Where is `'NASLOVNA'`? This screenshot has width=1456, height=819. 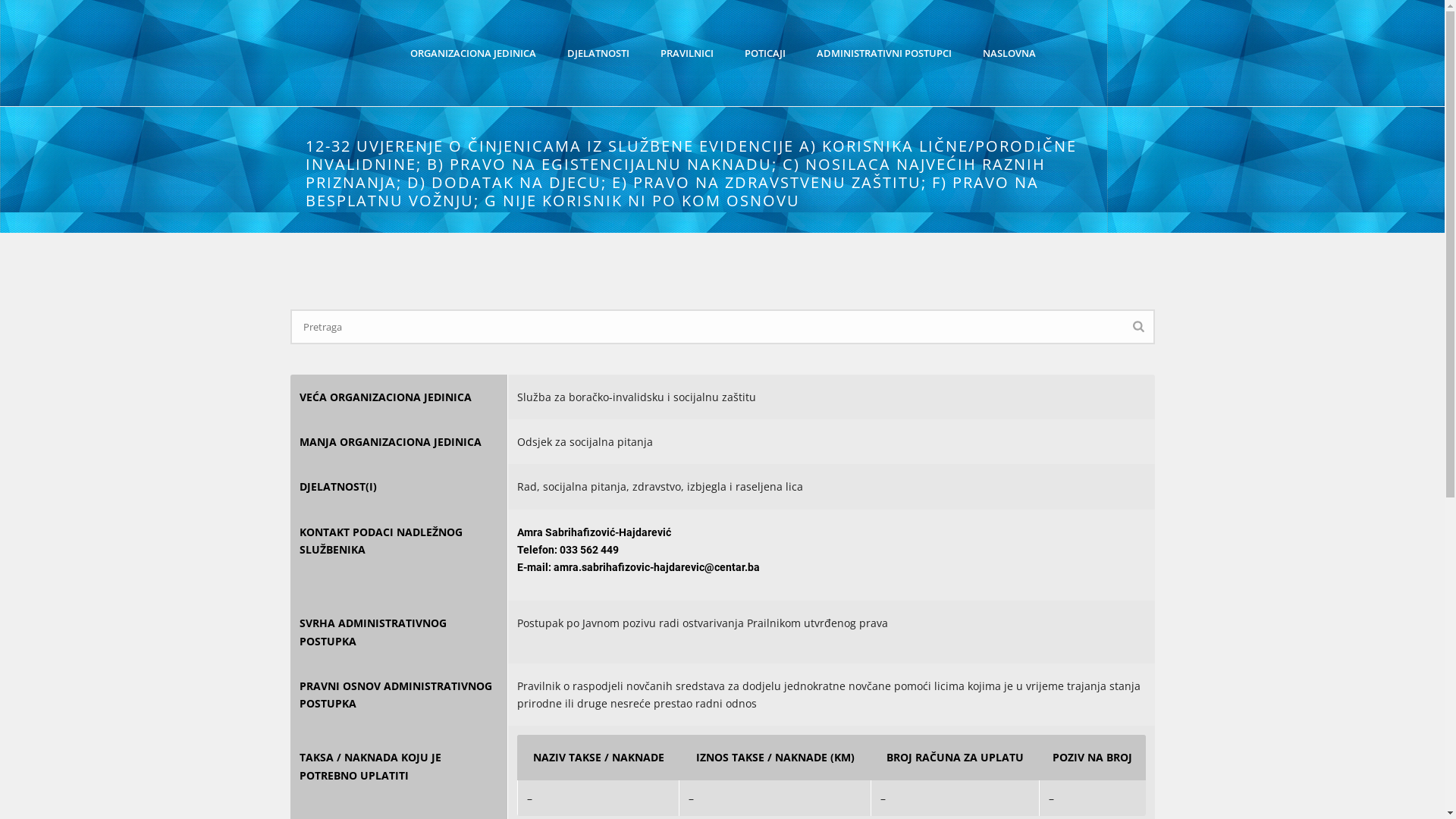
'NASLOVNA' is located at coordinates (967, 52).